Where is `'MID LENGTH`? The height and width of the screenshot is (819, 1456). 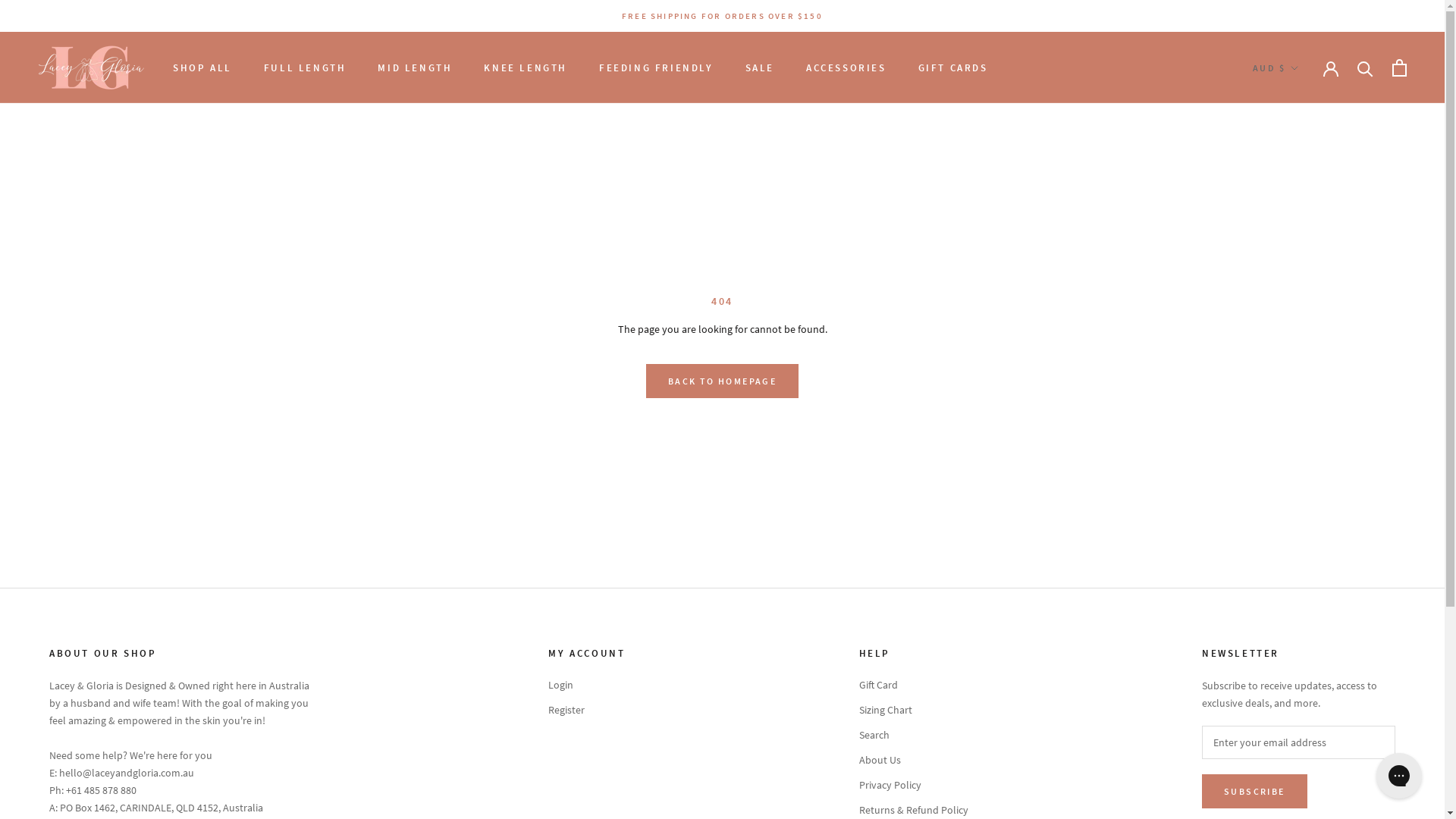 'MID LENGTH is located at coordinates (378, 67).